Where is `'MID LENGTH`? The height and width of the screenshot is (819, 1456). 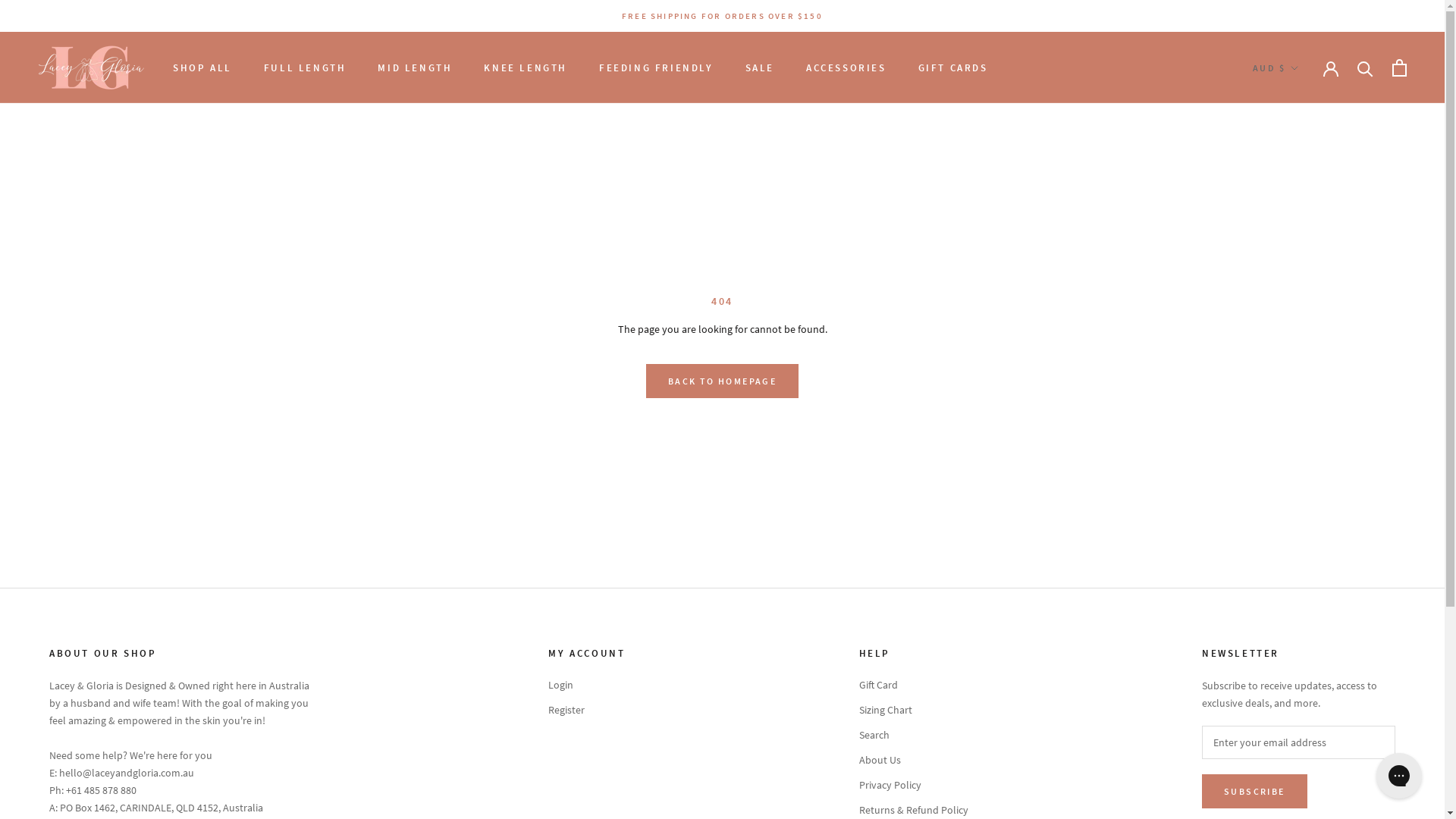 'MID LENGTH is located at coordinates (378, 67).